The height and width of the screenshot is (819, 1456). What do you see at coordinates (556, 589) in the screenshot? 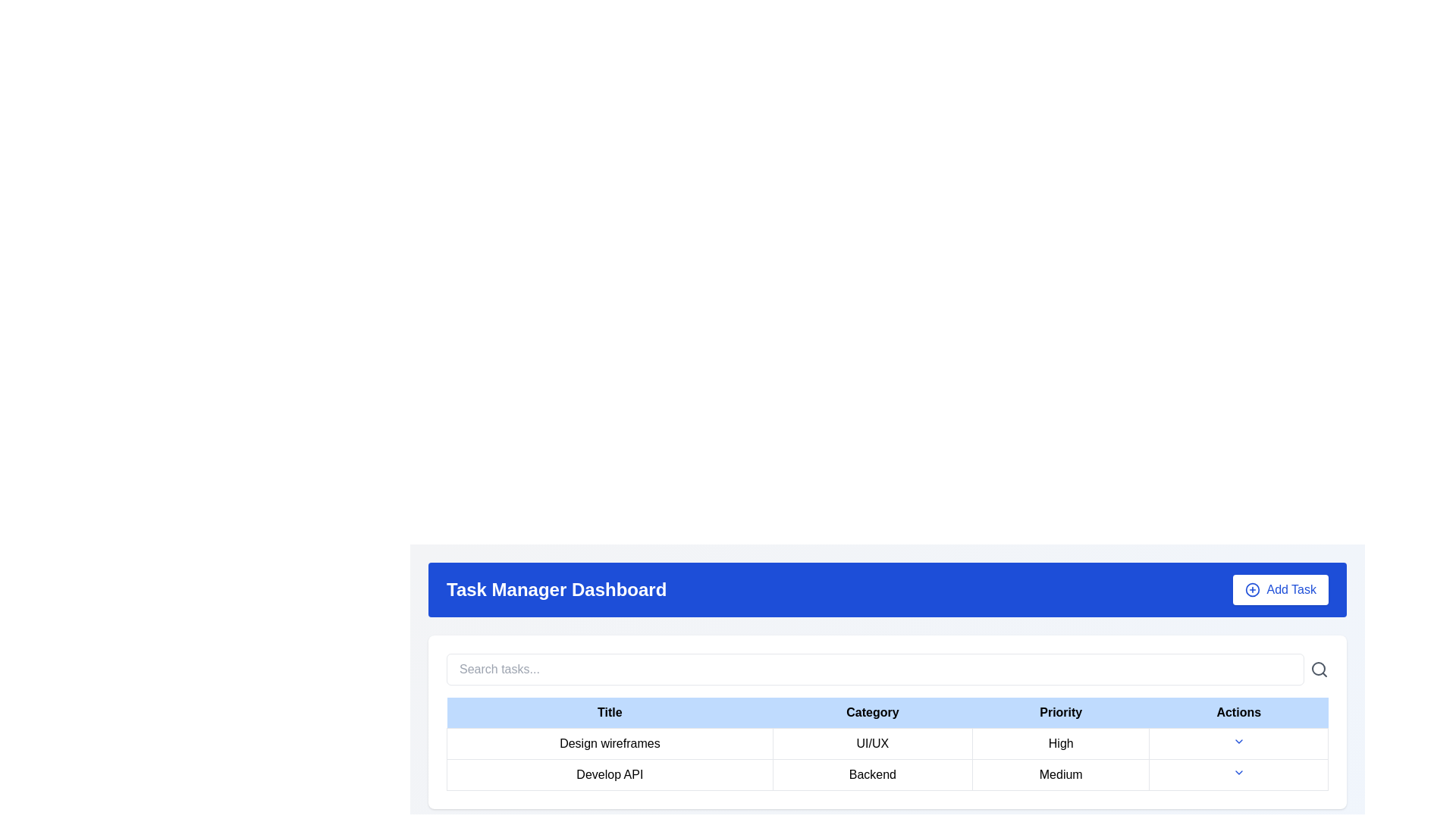
I see `text label displaying 'Task Manager Dashboard' which is styled in bold font and positioned at the left side of the header section` at bounding box center [556, 589].